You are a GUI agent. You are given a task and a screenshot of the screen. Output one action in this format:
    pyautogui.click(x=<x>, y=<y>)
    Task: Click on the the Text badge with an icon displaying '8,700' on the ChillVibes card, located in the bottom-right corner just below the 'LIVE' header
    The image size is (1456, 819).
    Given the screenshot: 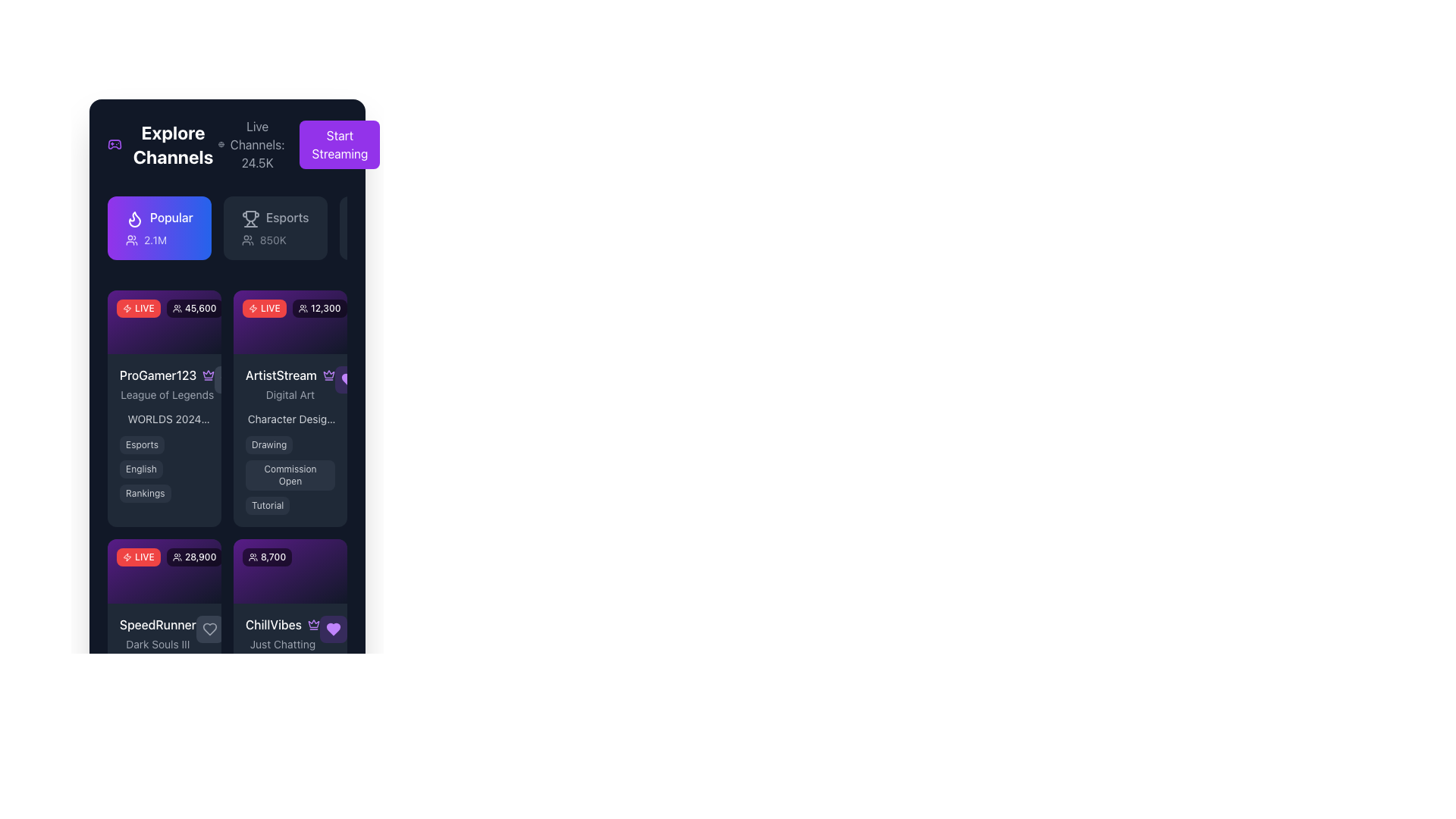 What is the action you would take?
    pyautogui.click(x=267, y=557)
    